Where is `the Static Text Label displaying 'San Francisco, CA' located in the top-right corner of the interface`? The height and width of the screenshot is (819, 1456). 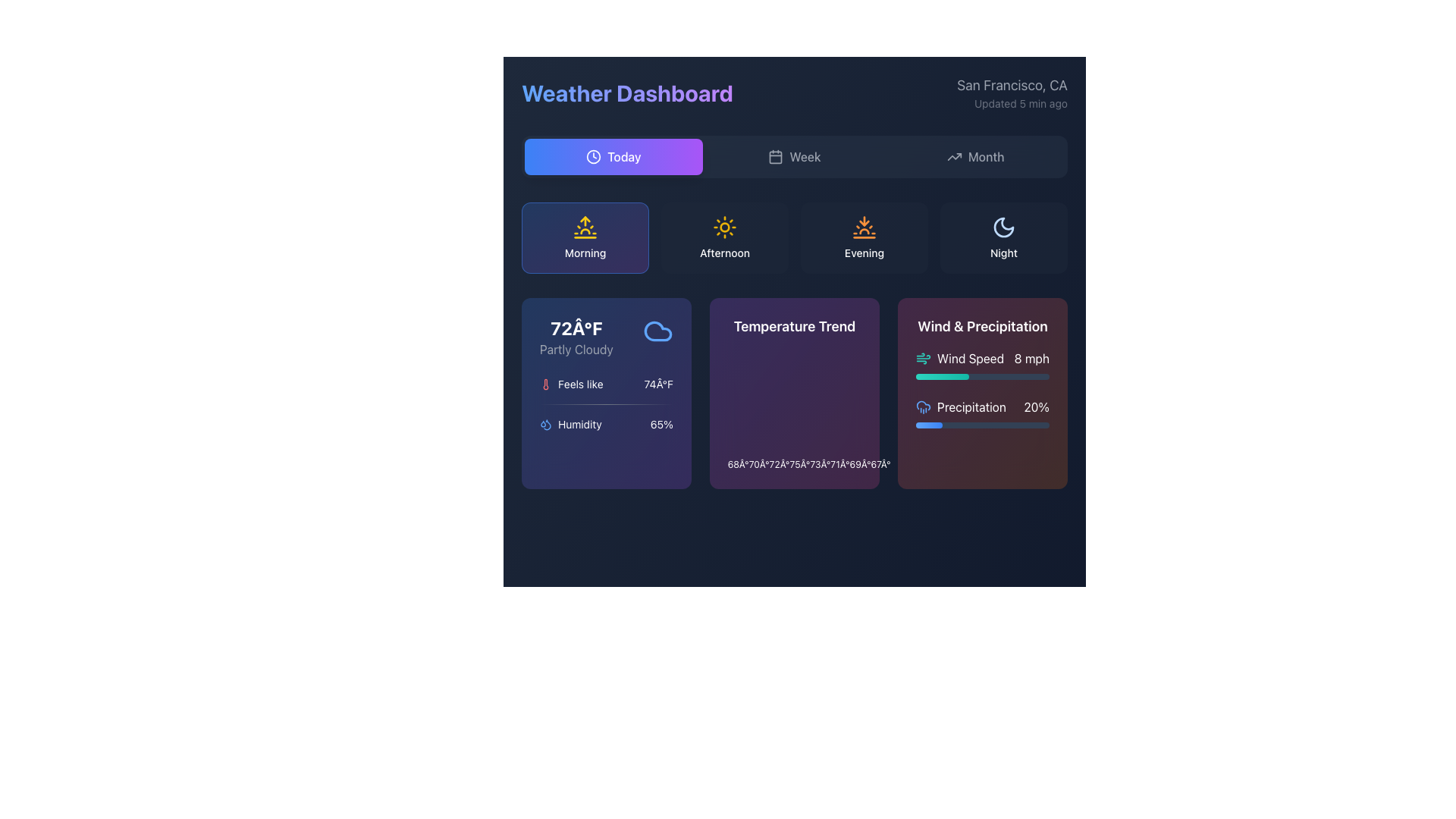 the Static Text Label displaying 'San Francisco, CA' located in the top-right corner of the interface is located at coordinates (1012, 85).